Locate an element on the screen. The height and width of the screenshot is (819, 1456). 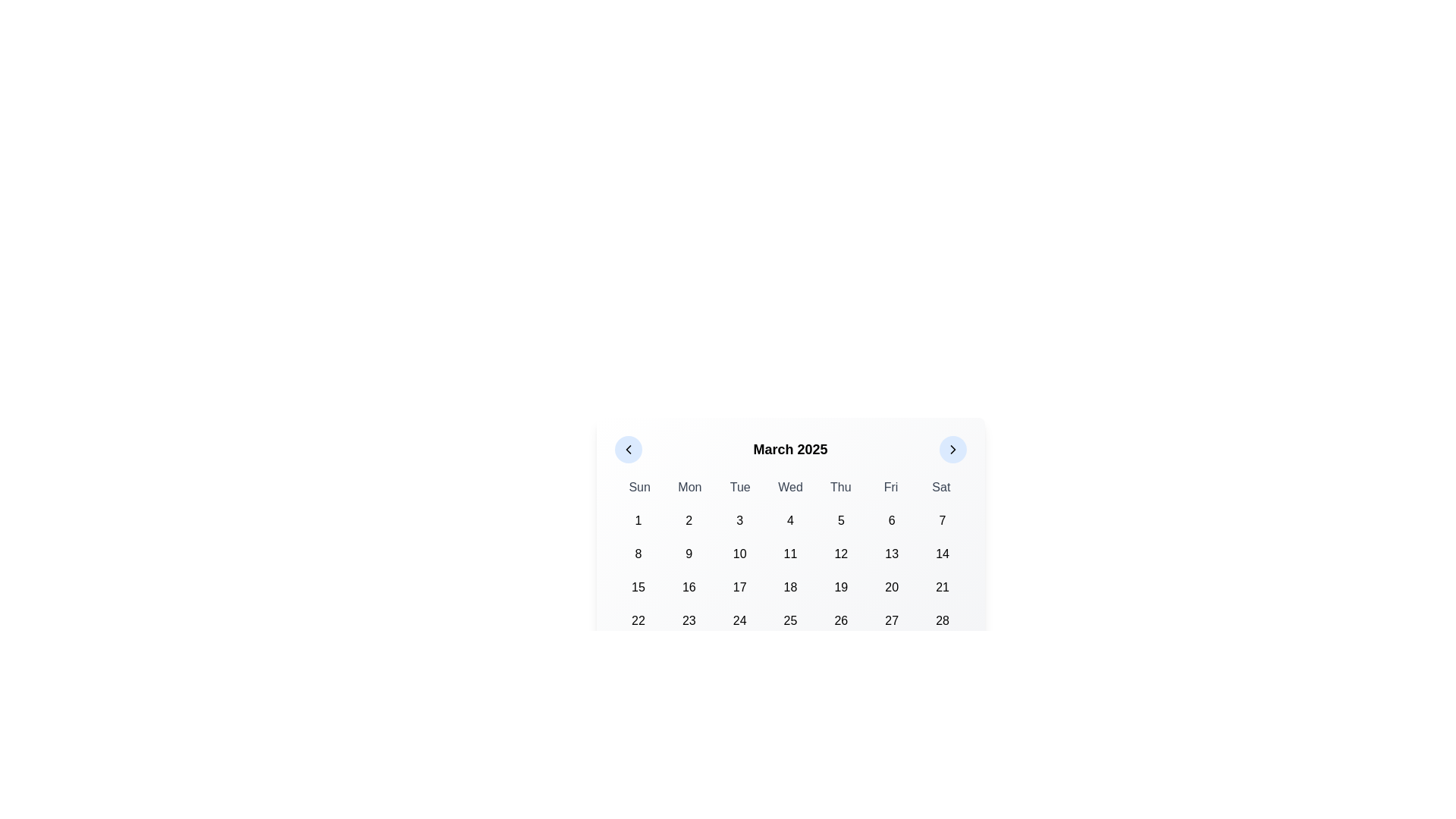
the text label displaying 'Thu', which is styled in gray and located in the upper section of the calendar interface, positioned between 'Wed' and 'Fri' is located at coordinates (839, 488).